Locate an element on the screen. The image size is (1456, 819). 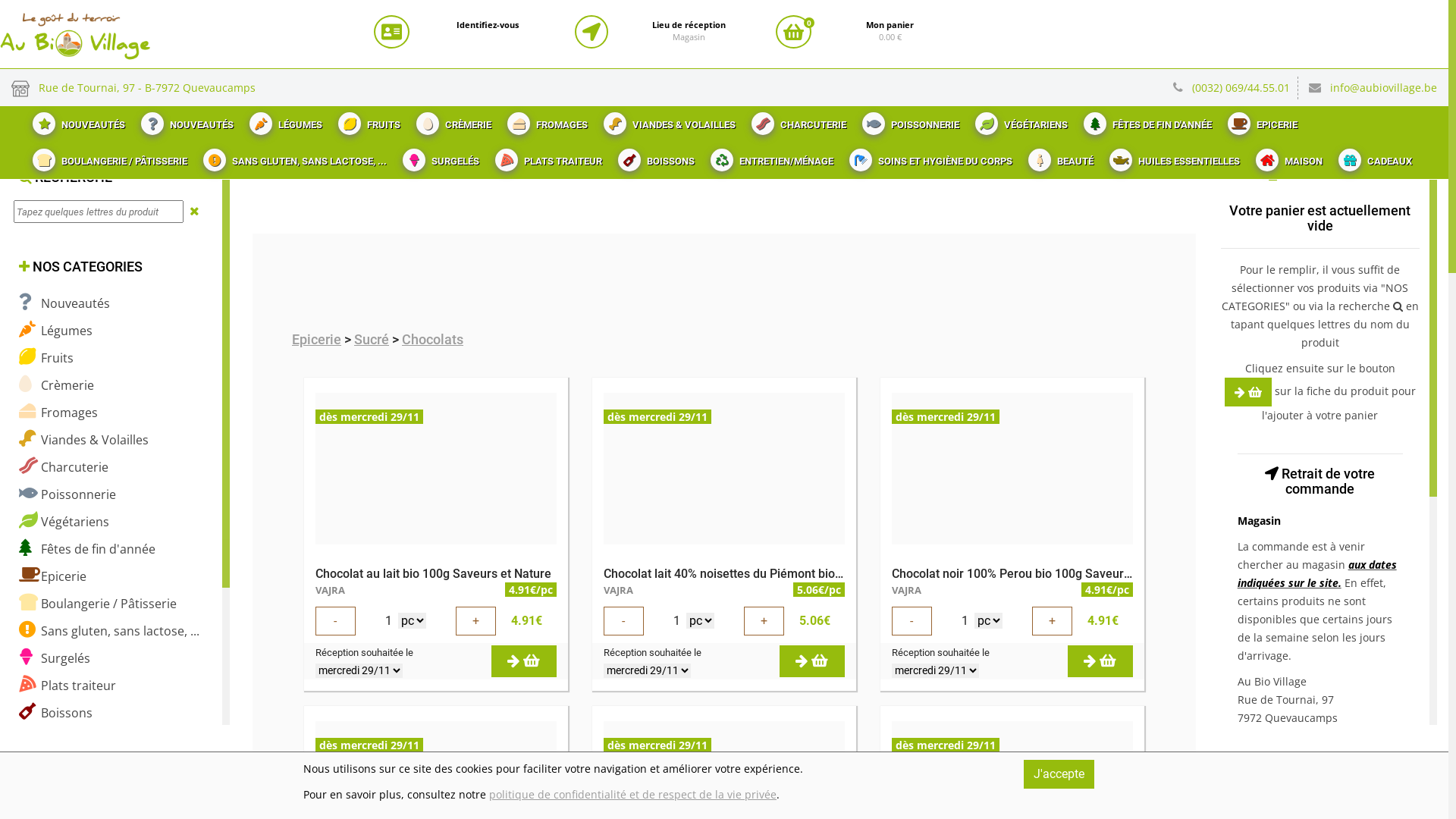
'Epicerie' is located at coordinates (315, 338).